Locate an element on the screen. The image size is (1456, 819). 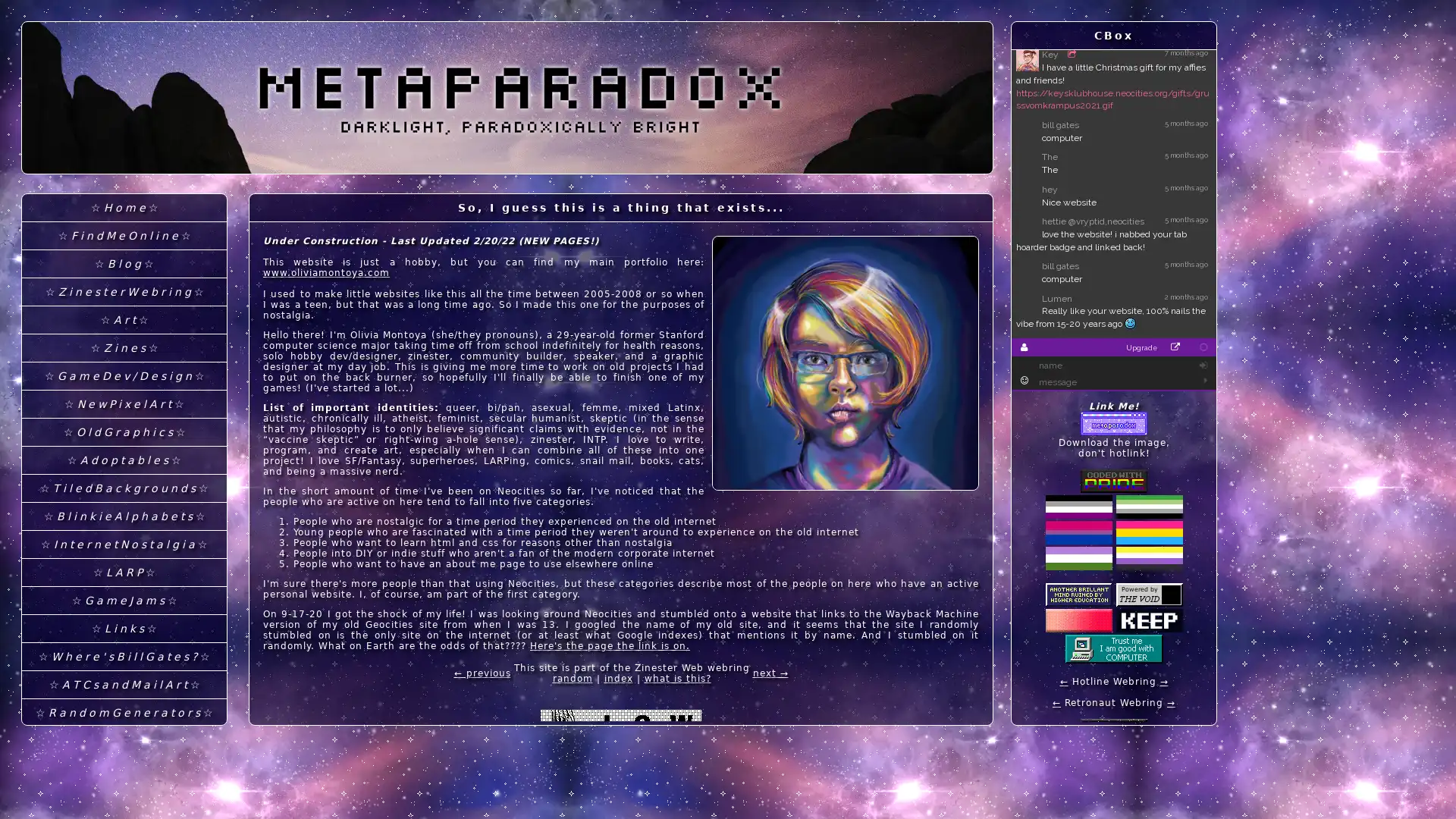
N e w P i x e l A r t is located at coordinates (124, 403).